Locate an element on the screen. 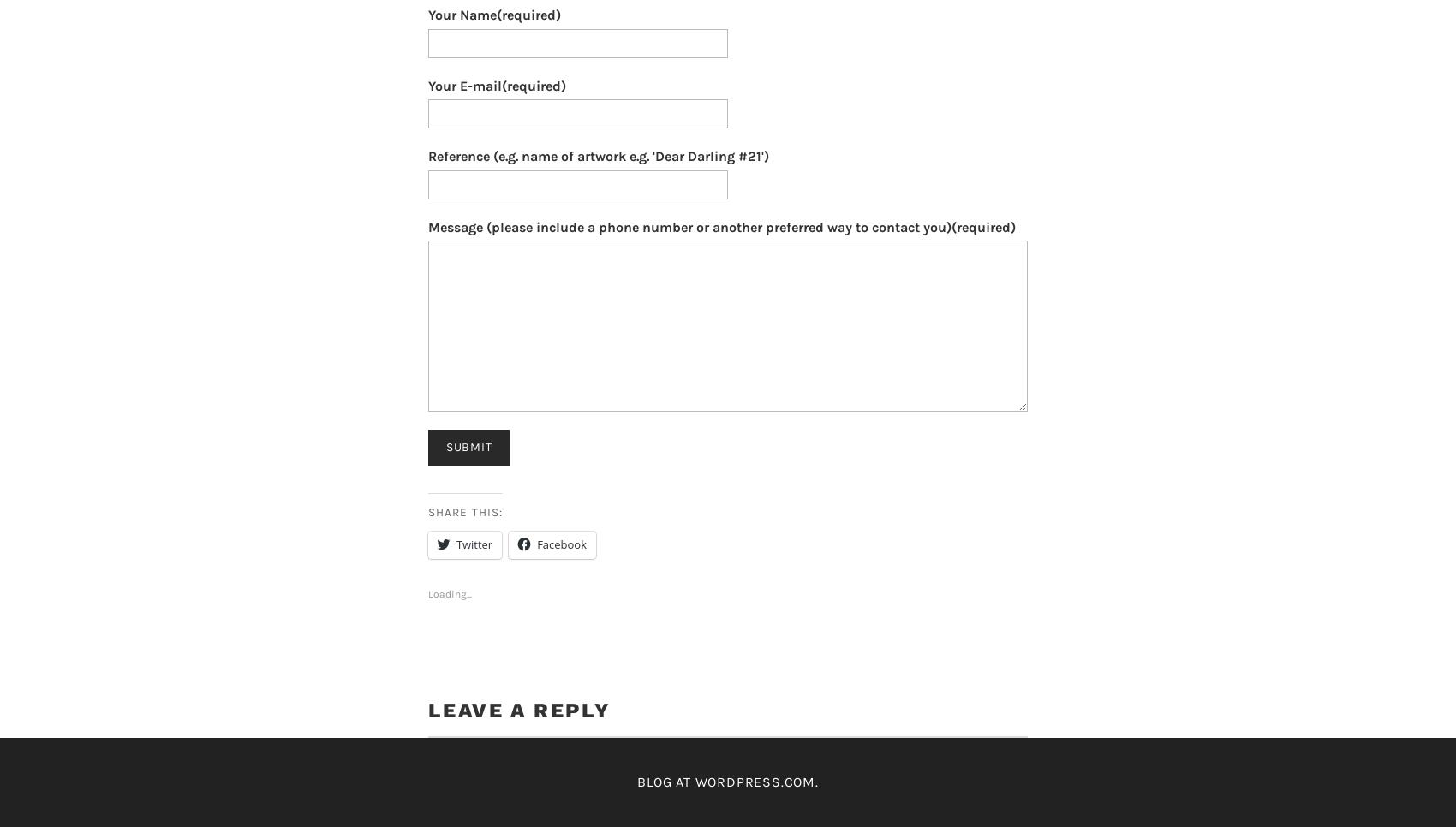 The image size is (1456, 827). 'Reference (e.g. name of artwork e.g. 'Dear Darling #21')' is located at coordinates (599, 156).